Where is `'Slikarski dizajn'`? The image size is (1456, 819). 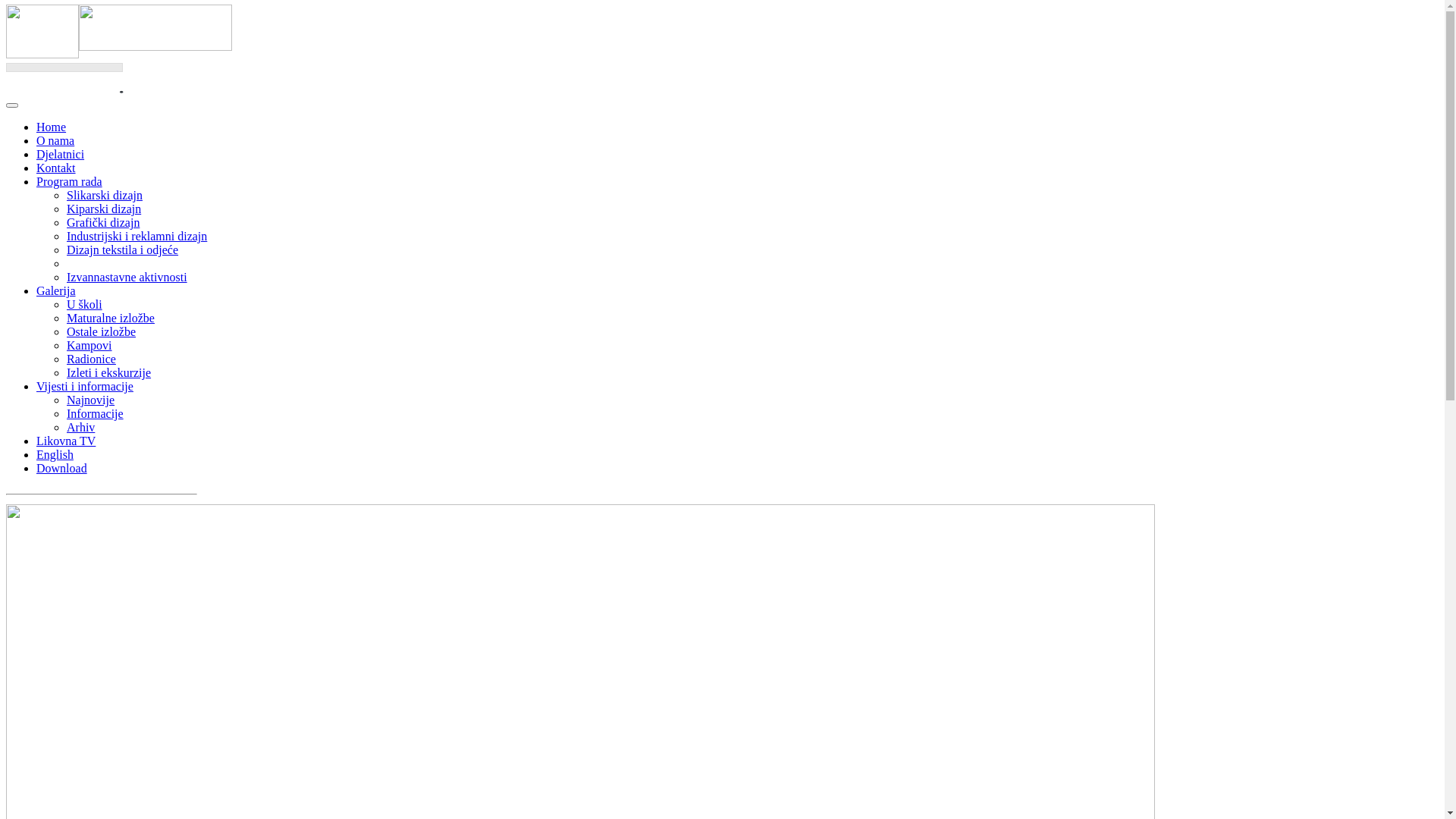
'Slikarski dizajn' is located at coordinates (104, 194).